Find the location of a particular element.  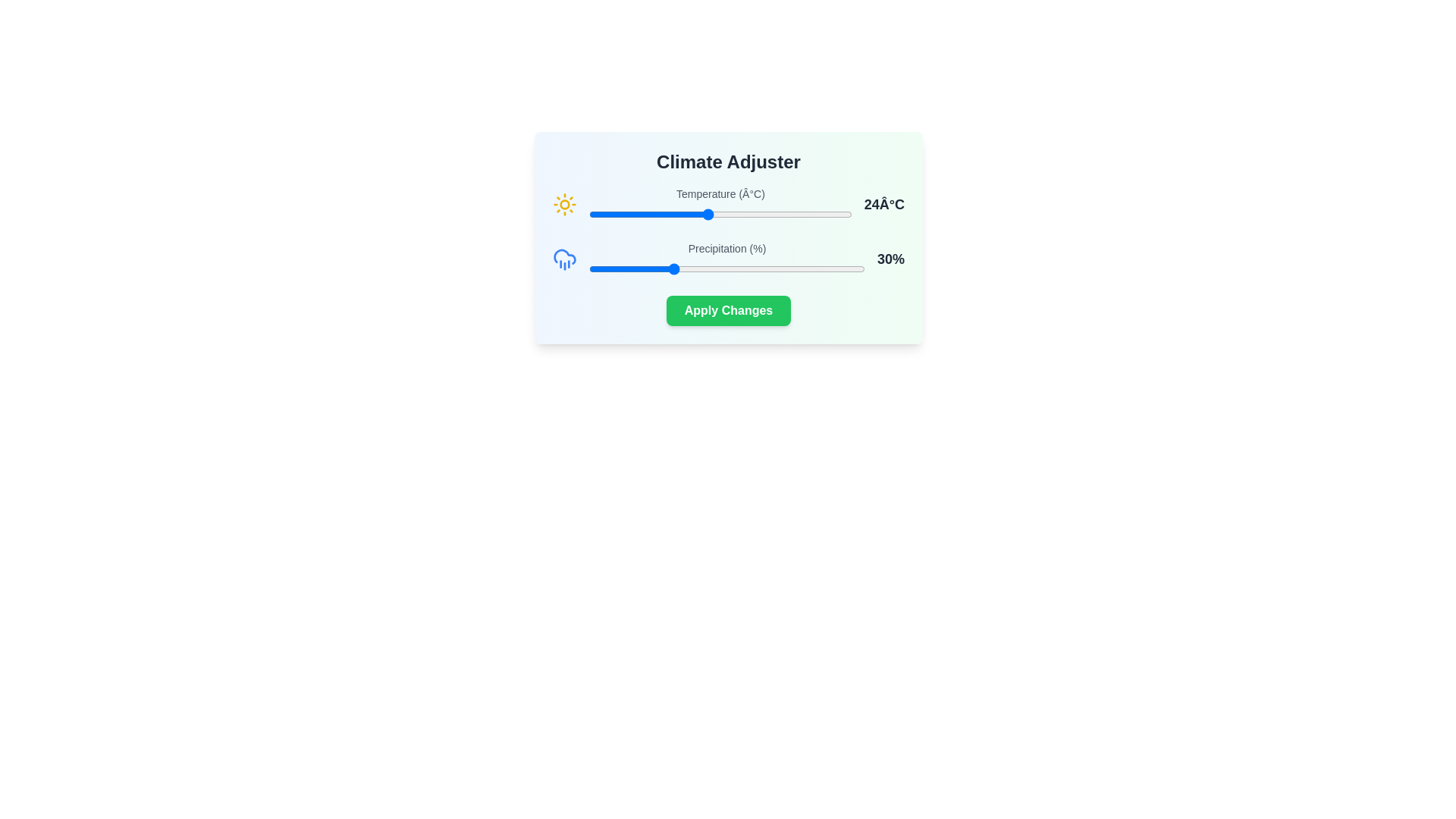

the temperature slider to 23°C is located at coordinates (693, 214).